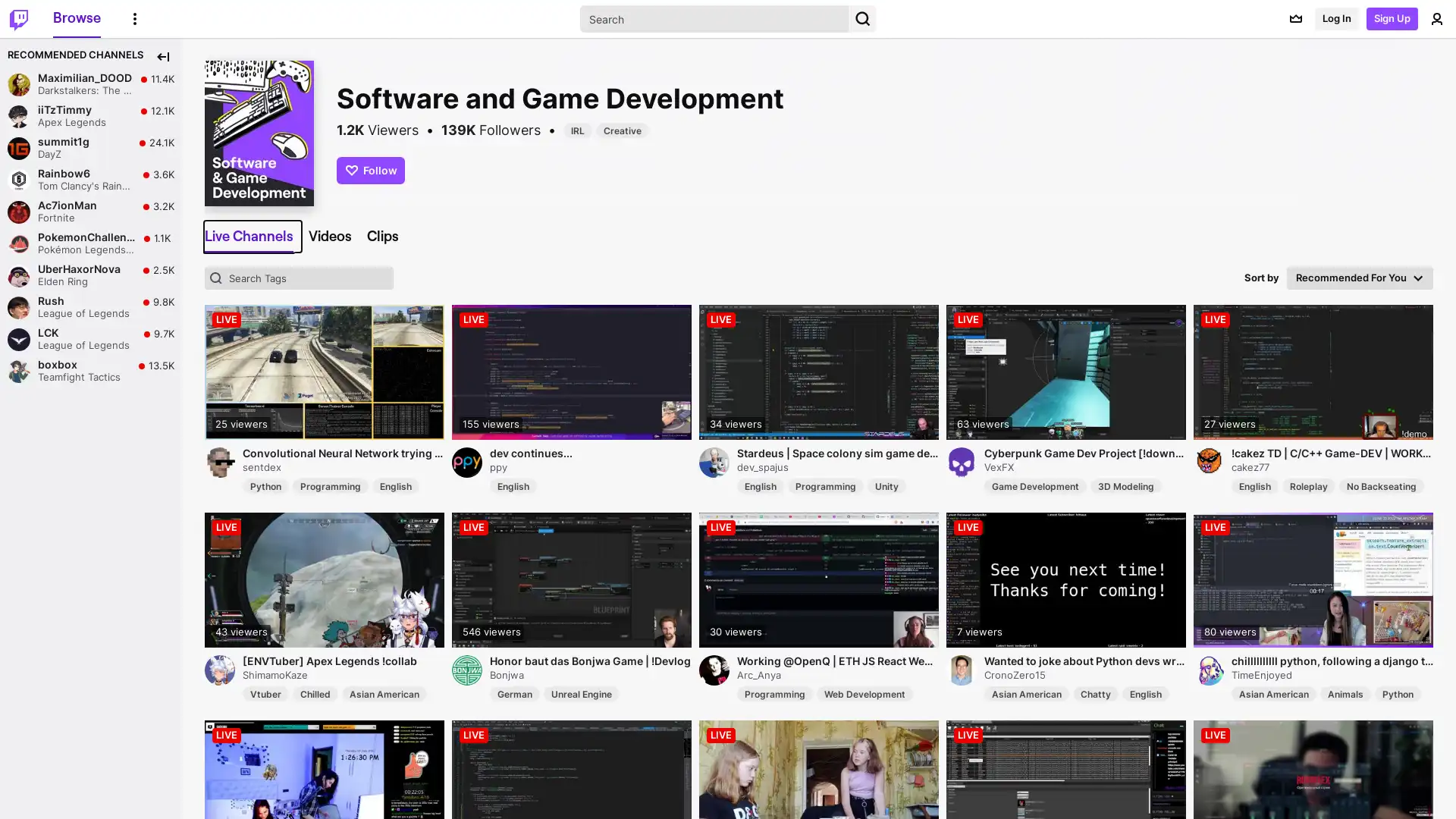 Image resolution: width=1456 pixels, height=819 pixels. Describe the element at coordinates (1384, 795) in the screenshot. I see `Sign Up` at that location.